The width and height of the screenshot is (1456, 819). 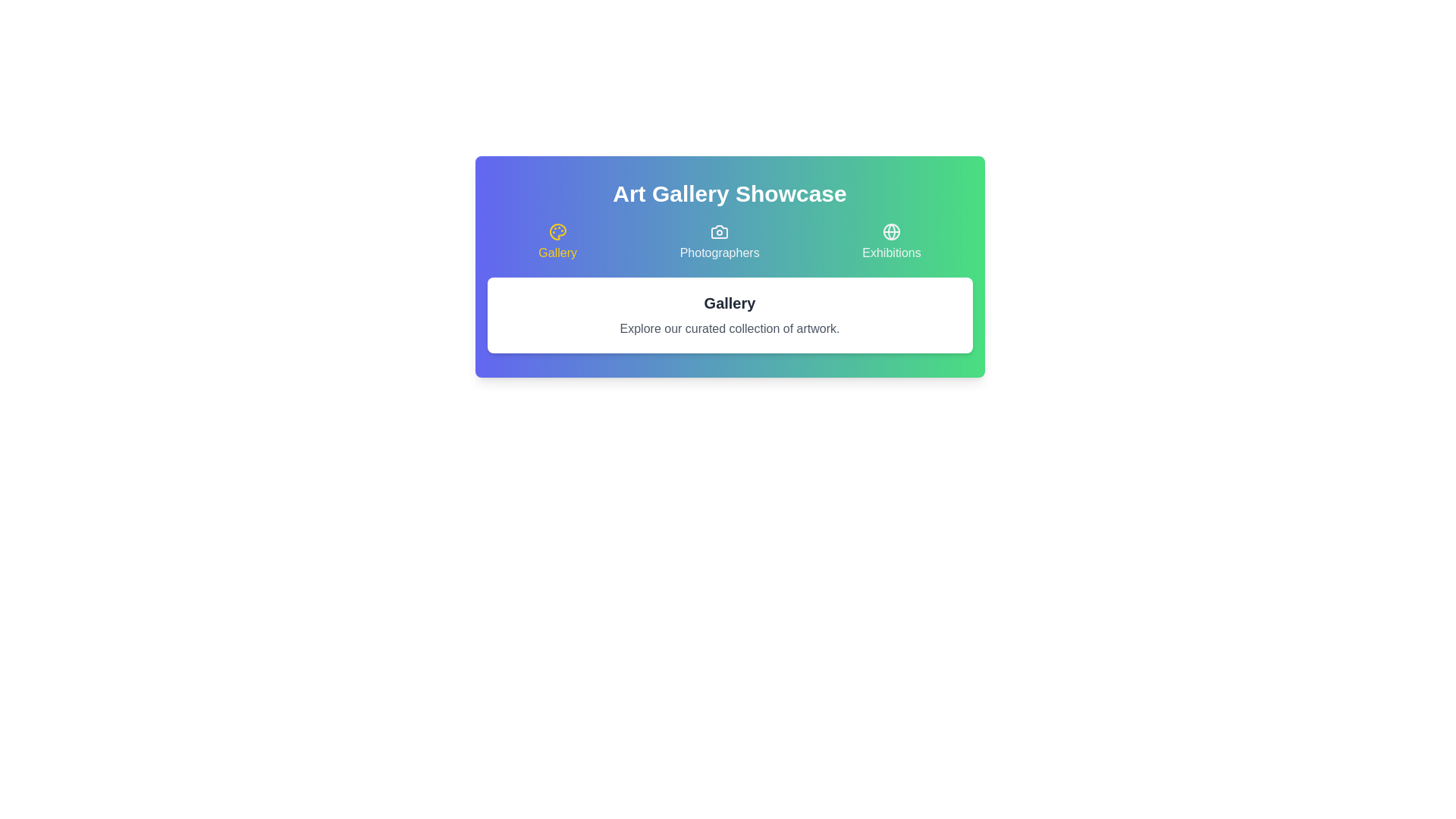 What do you see at coordinates (719, 242) in the screenshot?
I see `the tab corresponding to Photographers` at bounding box center [719, 242].